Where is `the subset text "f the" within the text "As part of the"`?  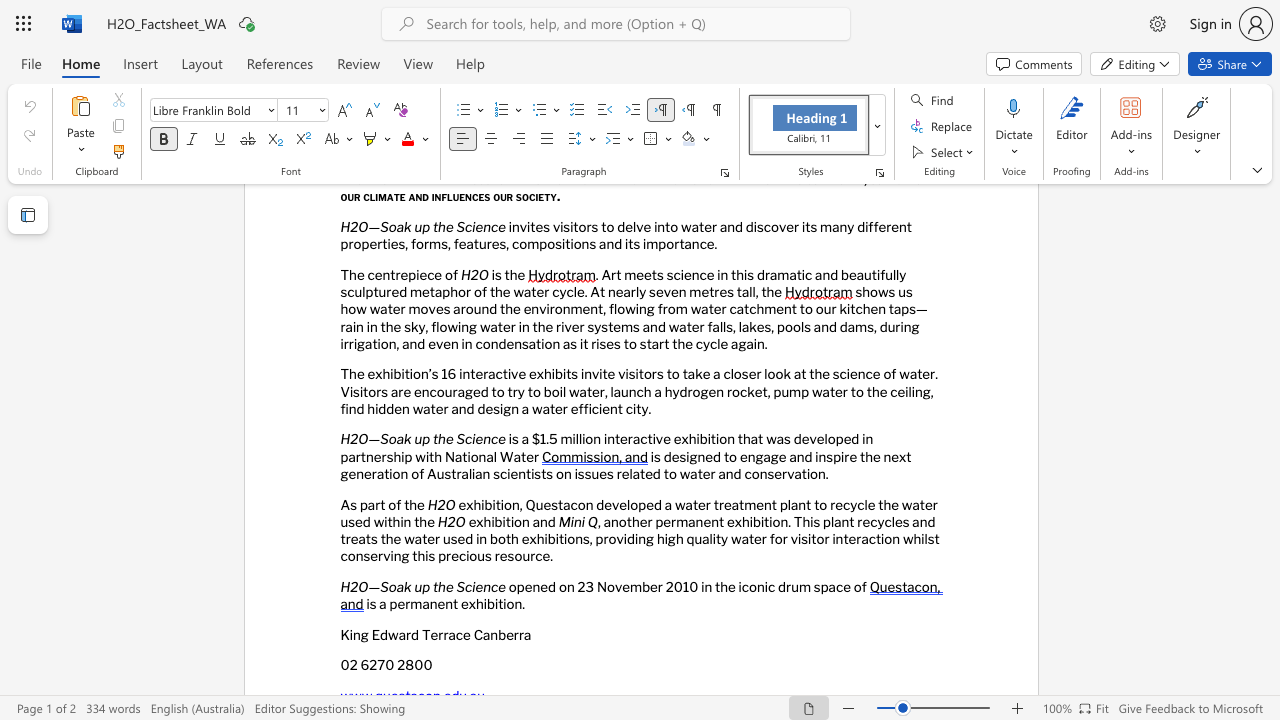 the subset text "f the" within the text "As part of the" is located at coordinates (396, 503).